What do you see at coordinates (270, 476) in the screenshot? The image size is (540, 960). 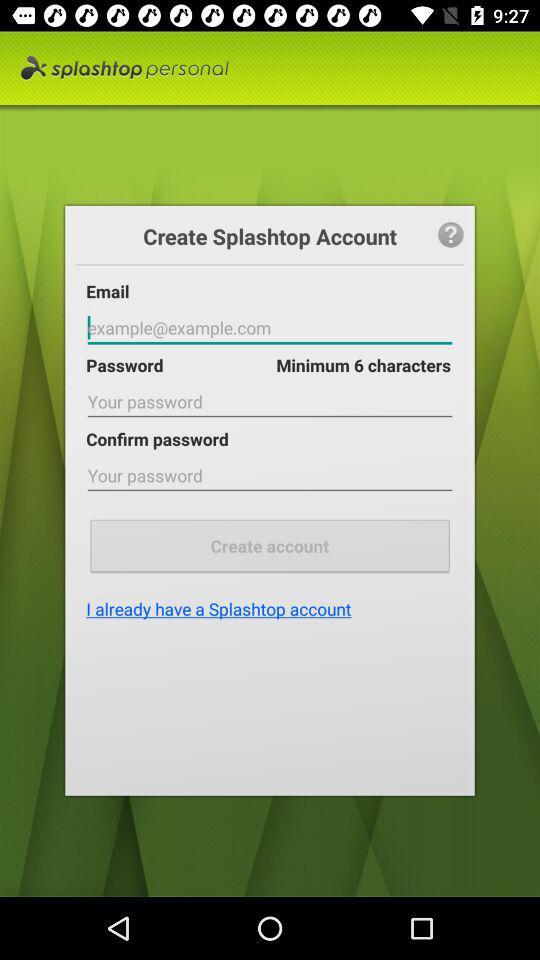 I see `password confirmation` at bounding box center [270, 476].